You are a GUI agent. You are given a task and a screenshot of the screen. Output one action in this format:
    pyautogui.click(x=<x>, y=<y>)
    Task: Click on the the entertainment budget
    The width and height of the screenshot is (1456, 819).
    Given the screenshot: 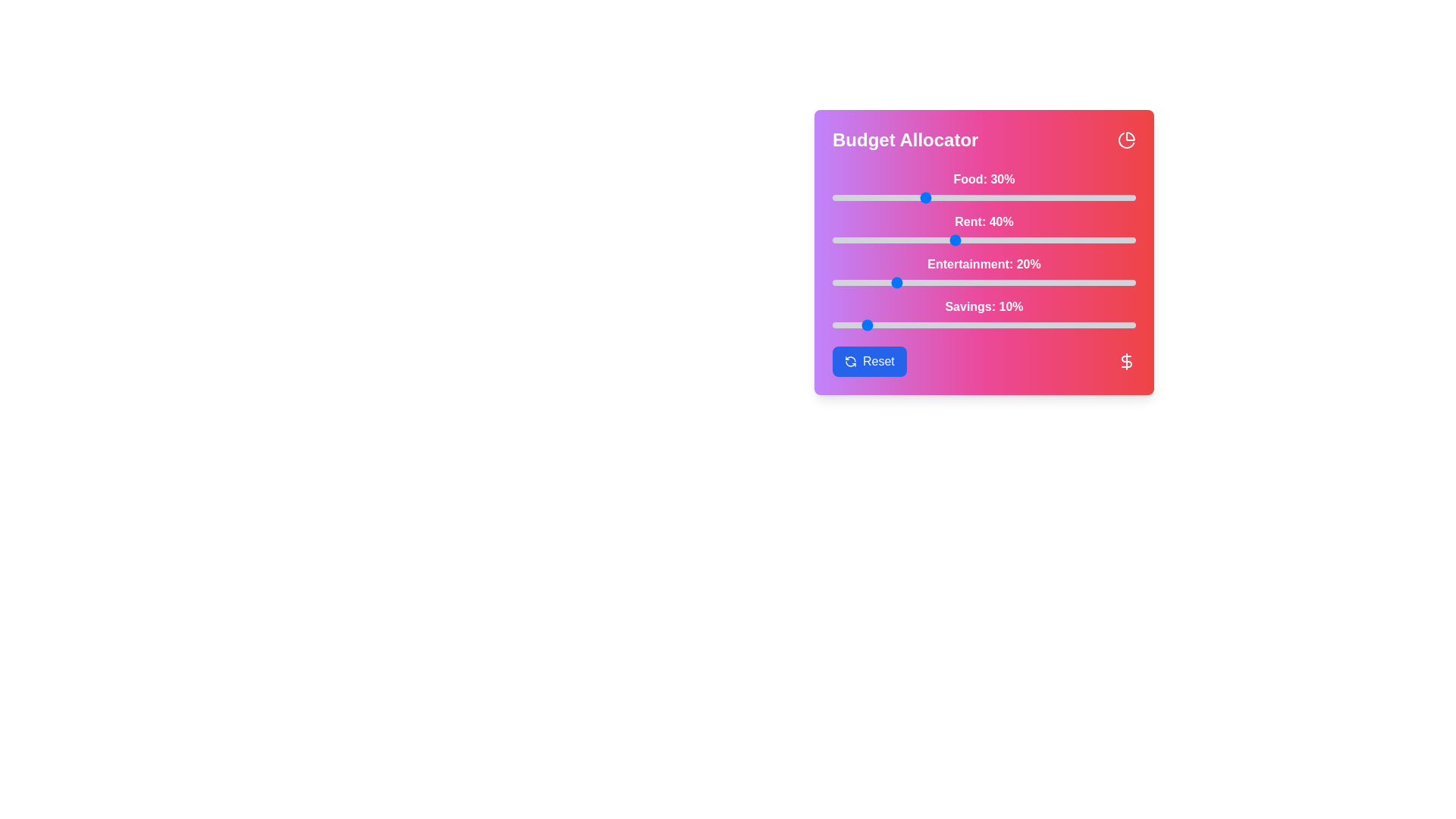 What is the action you would take?
    pyautogui.click(x=910, y=283)
    